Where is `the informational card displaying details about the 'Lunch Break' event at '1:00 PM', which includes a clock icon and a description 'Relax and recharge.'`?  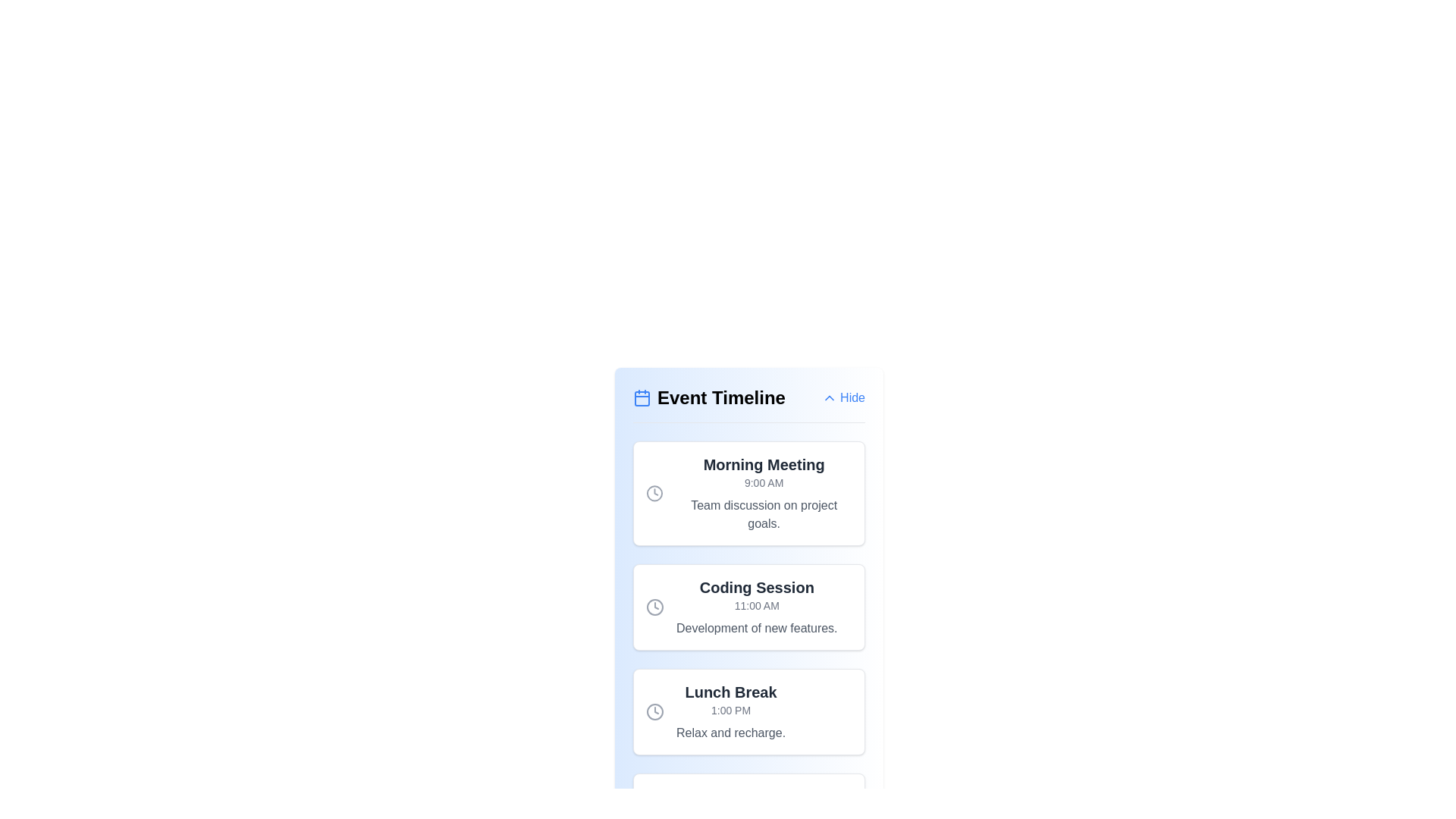 the informational card displaying details about the 'Lunch Break' event at '1:00 PM', which includes a clock icon and a description 'Relax and recharge.' is located at coordinates (749, 711).